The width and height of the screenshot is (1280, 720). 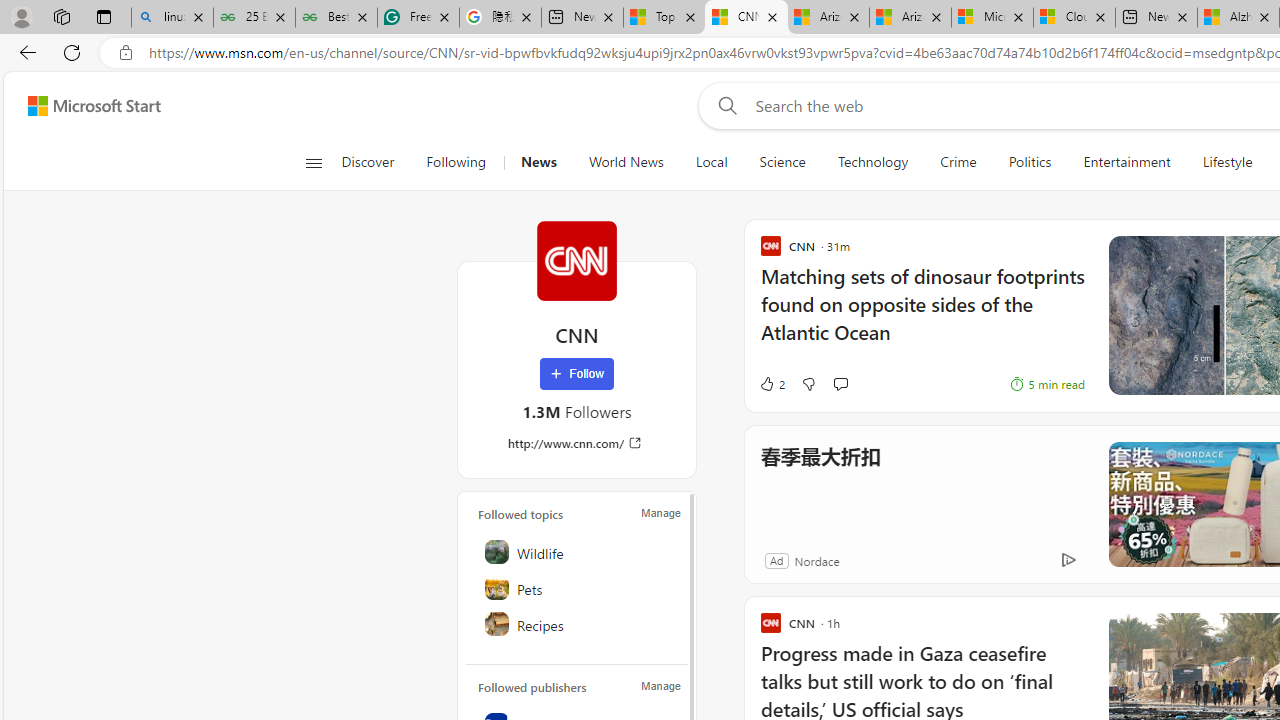 What do you see at coordinates (576, 260) in the screenshot?
I see `'CNN'` at bounding box center [576, 260].